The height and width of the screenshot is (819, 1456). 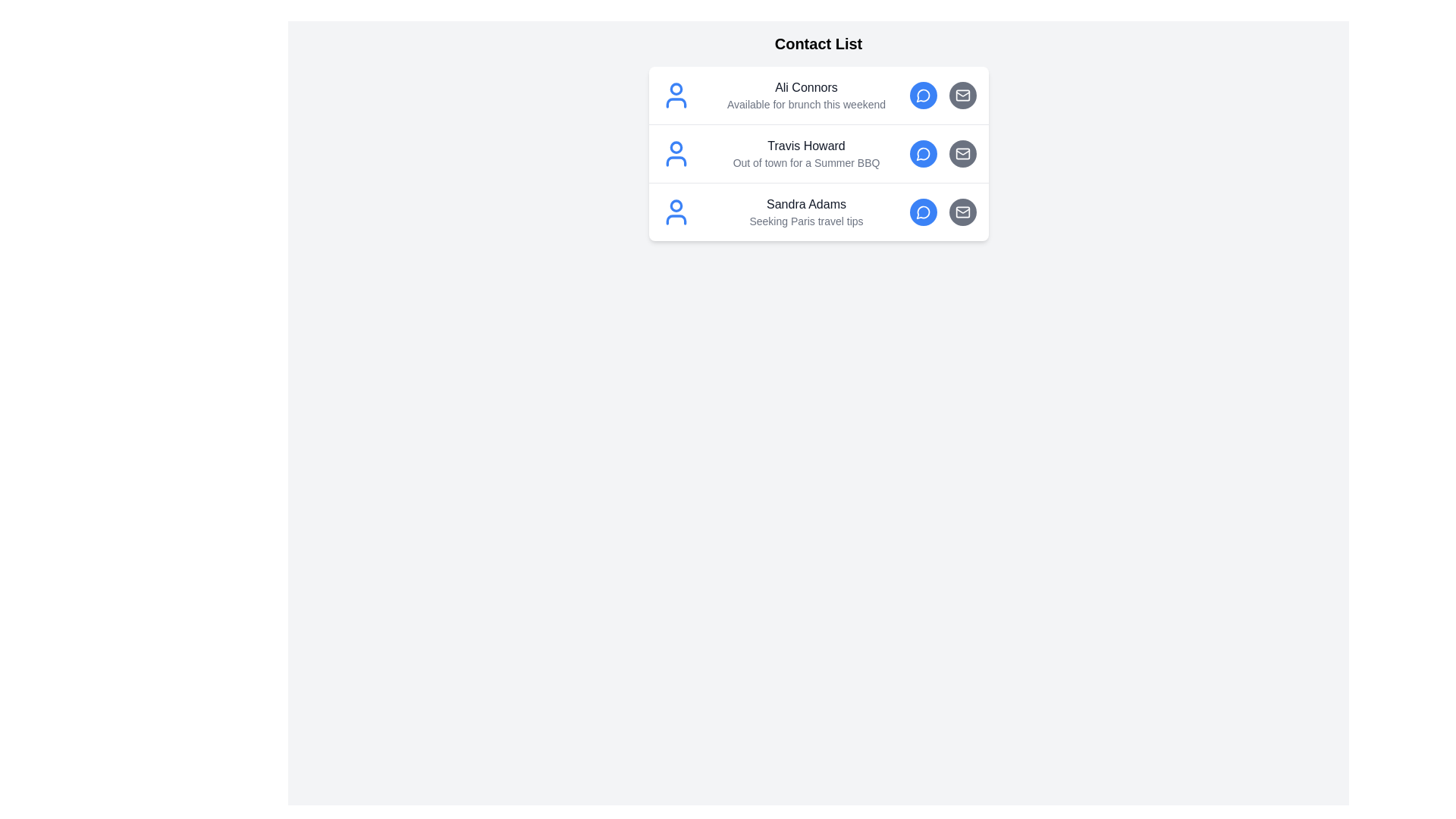 I want to click on the Icon button located in the top-right corner of the first user entry in the list to send an email, so click(x=962, y=96).